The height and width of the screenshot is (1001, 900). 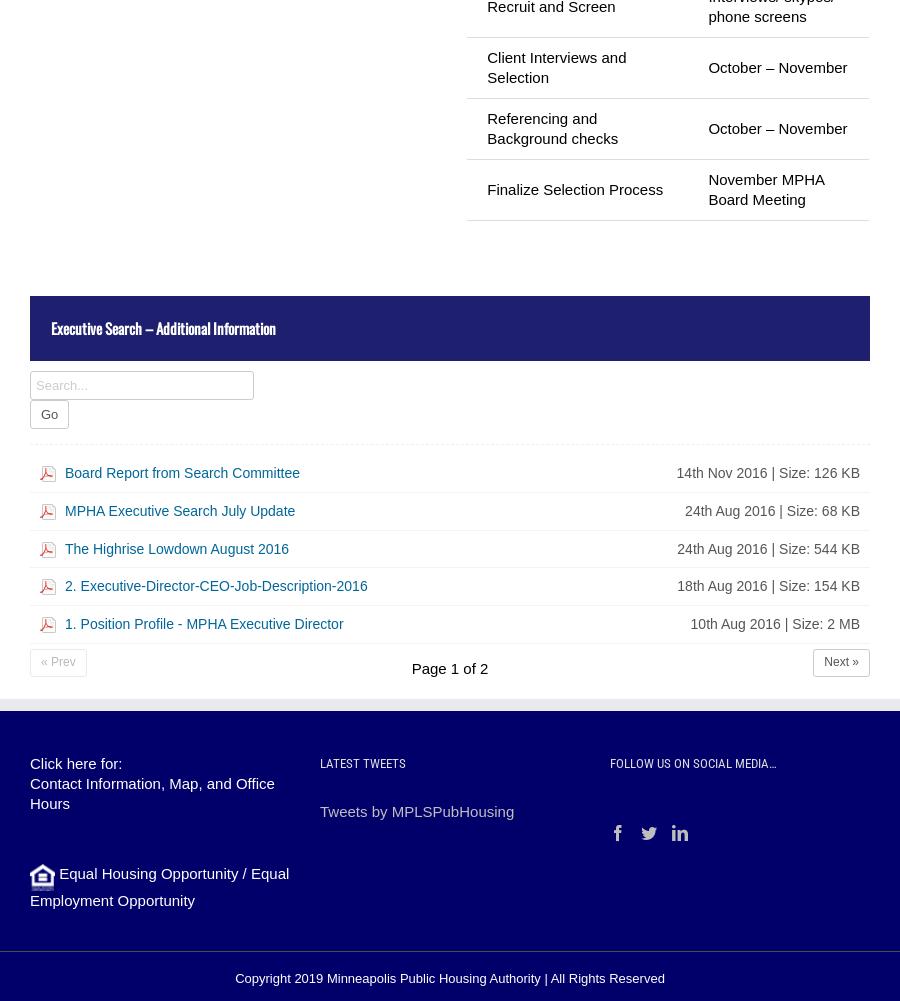 What do you see at coordinates (468, 667) in the screenshot?
I see `'of'` at bounding box center [468, 667].